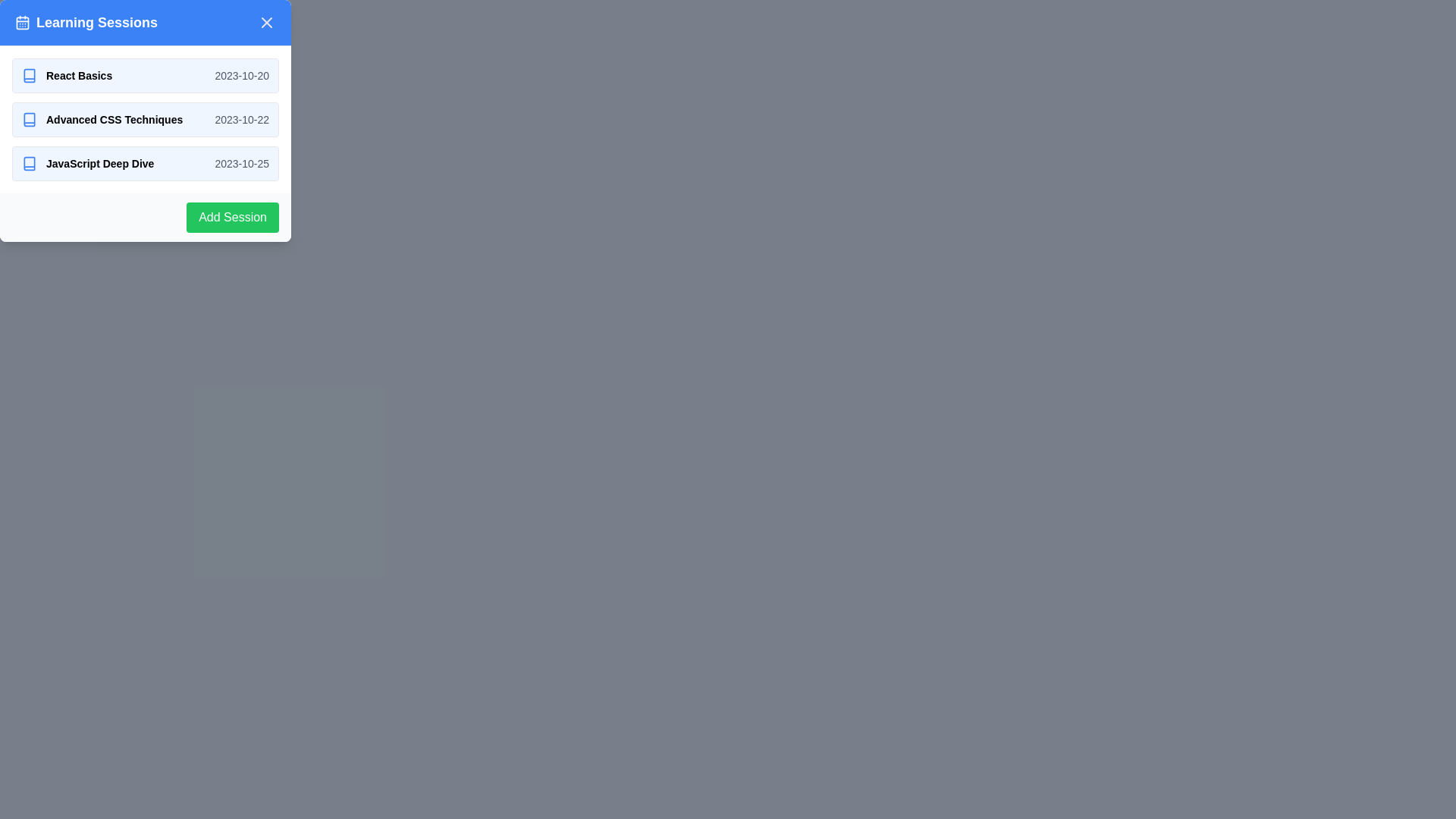 The width and height of the screenshot is (1456, 819). What do you see at coordinates (102, 119) in the screenshot?
I see `the second row in the 'Learning Sessions' panel, which represents the item with the book icon and the text 'Advanced CSS Techniques'` at bounding box center [102, 119].